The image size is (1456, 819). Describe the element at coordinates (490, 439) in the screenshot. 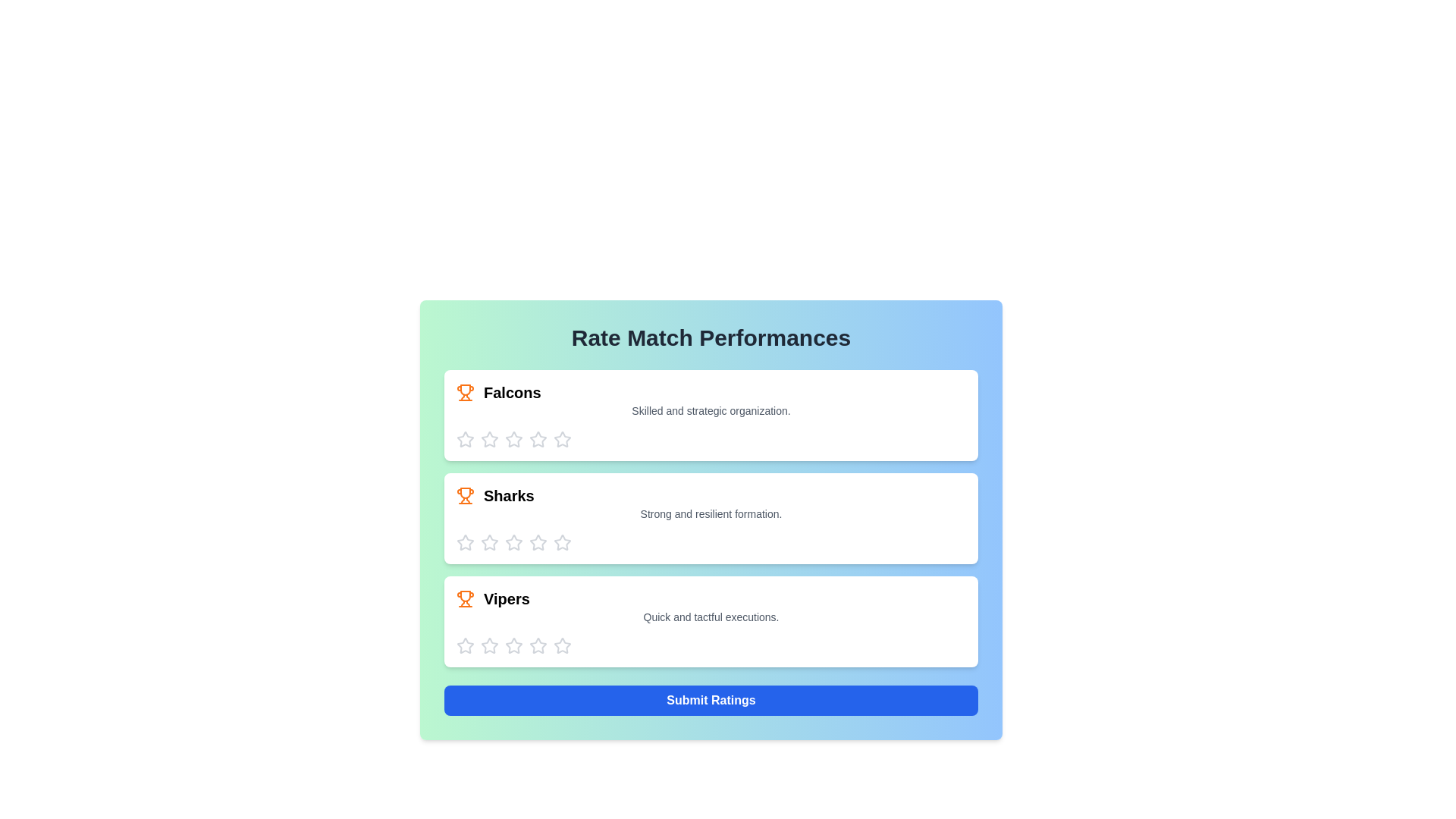

I see `the Falcons team's 2 star to set the rating` at that location.